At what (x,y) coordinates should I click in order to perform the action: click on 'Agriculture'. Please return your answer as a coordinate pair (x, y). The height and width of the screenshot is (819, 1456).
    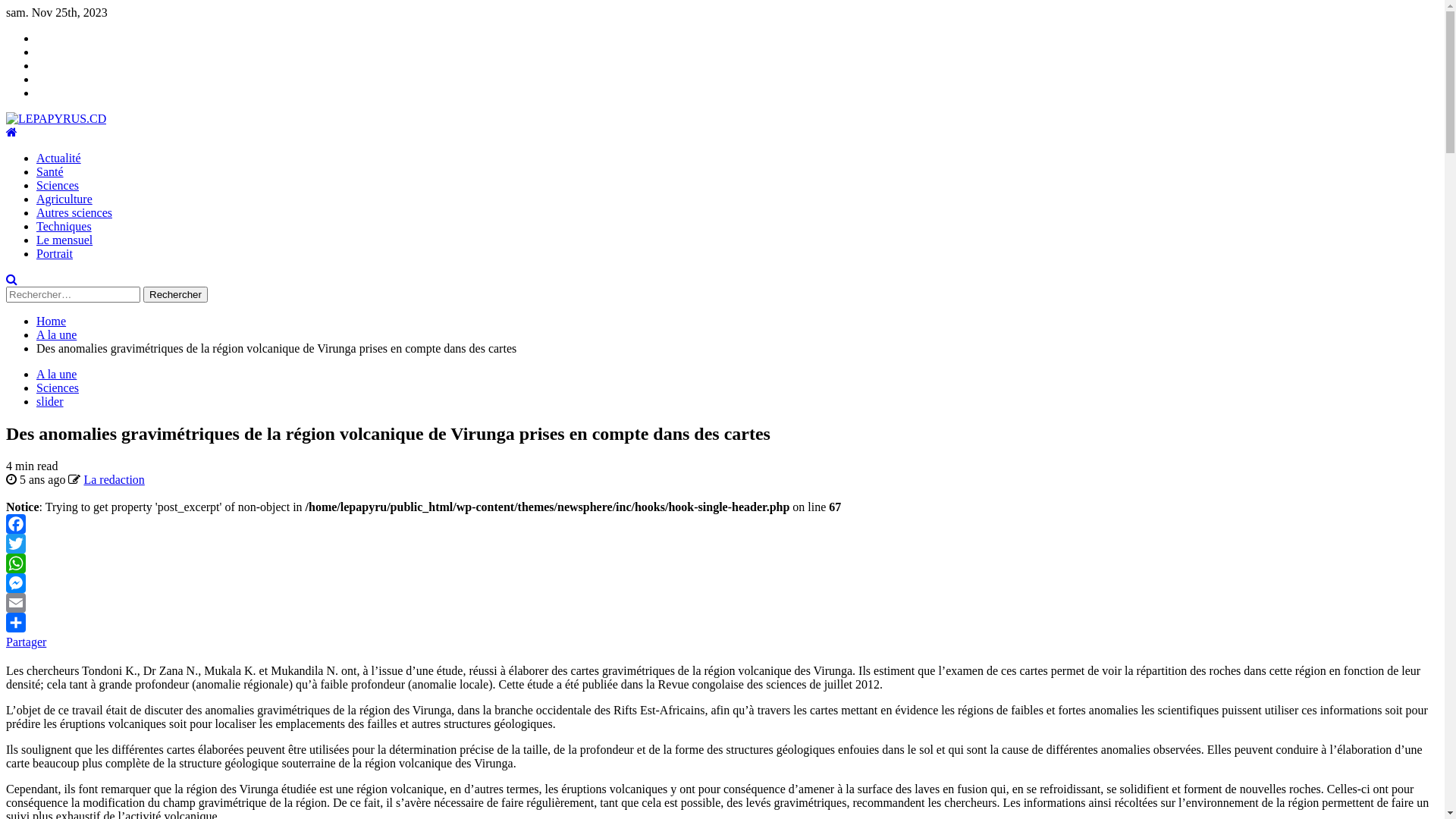
    Looking at the image, I should click on (36, 198).